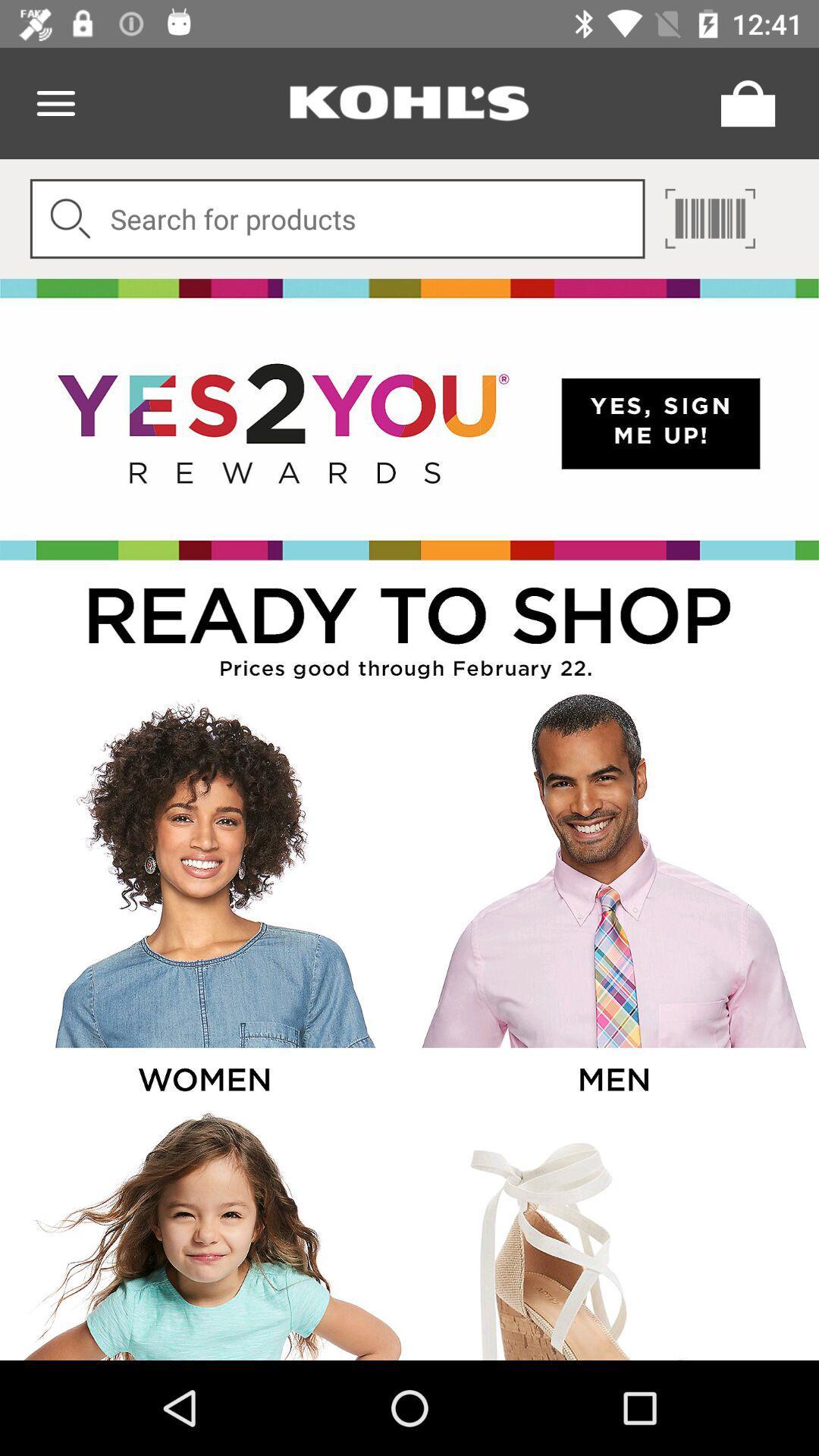 The image size is (819, 1456). I want to click on page, so click(710, 218).